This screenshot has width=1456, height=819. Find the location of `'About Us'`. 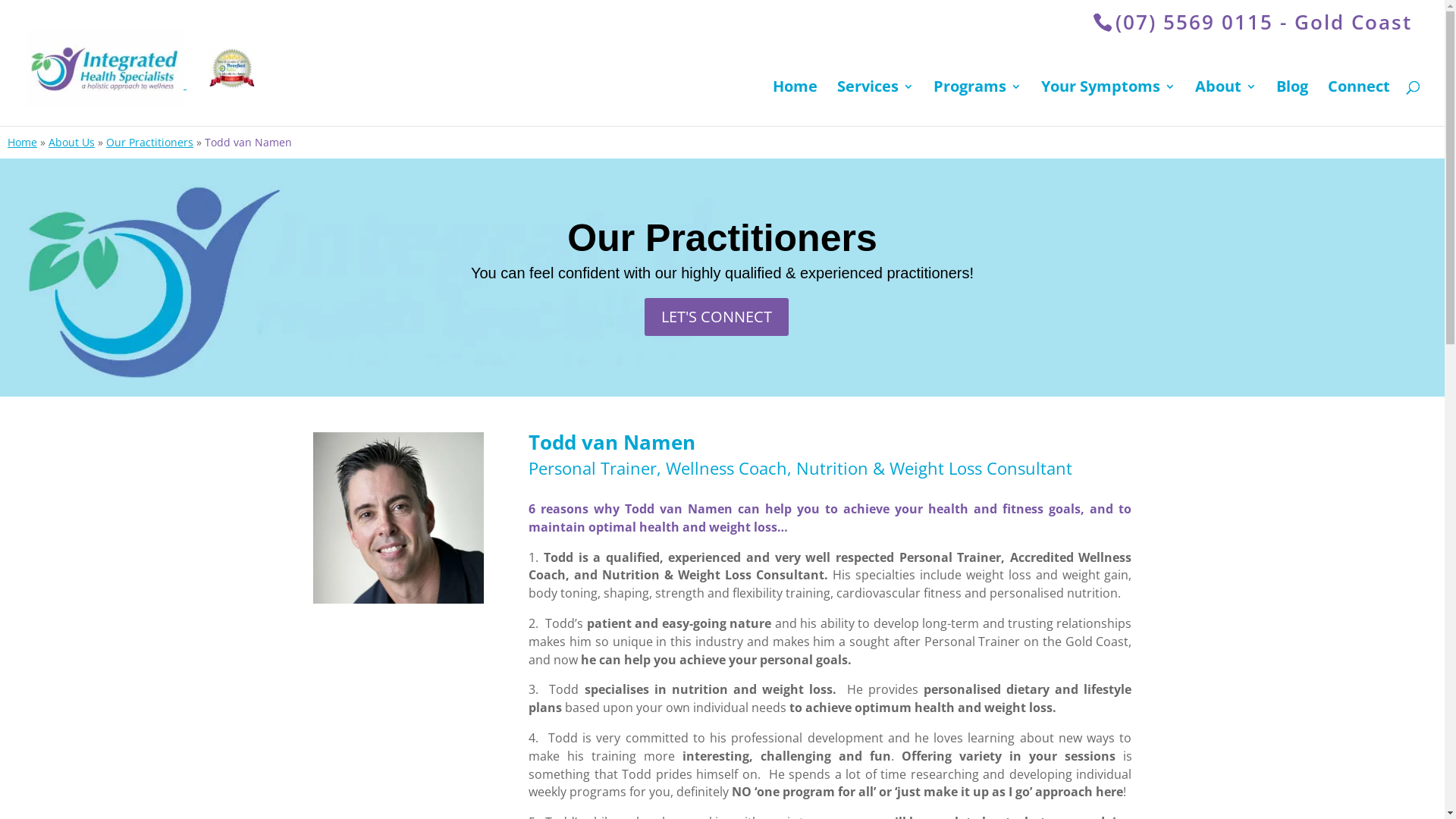

'About Us' is located at coordinates (71, 142).